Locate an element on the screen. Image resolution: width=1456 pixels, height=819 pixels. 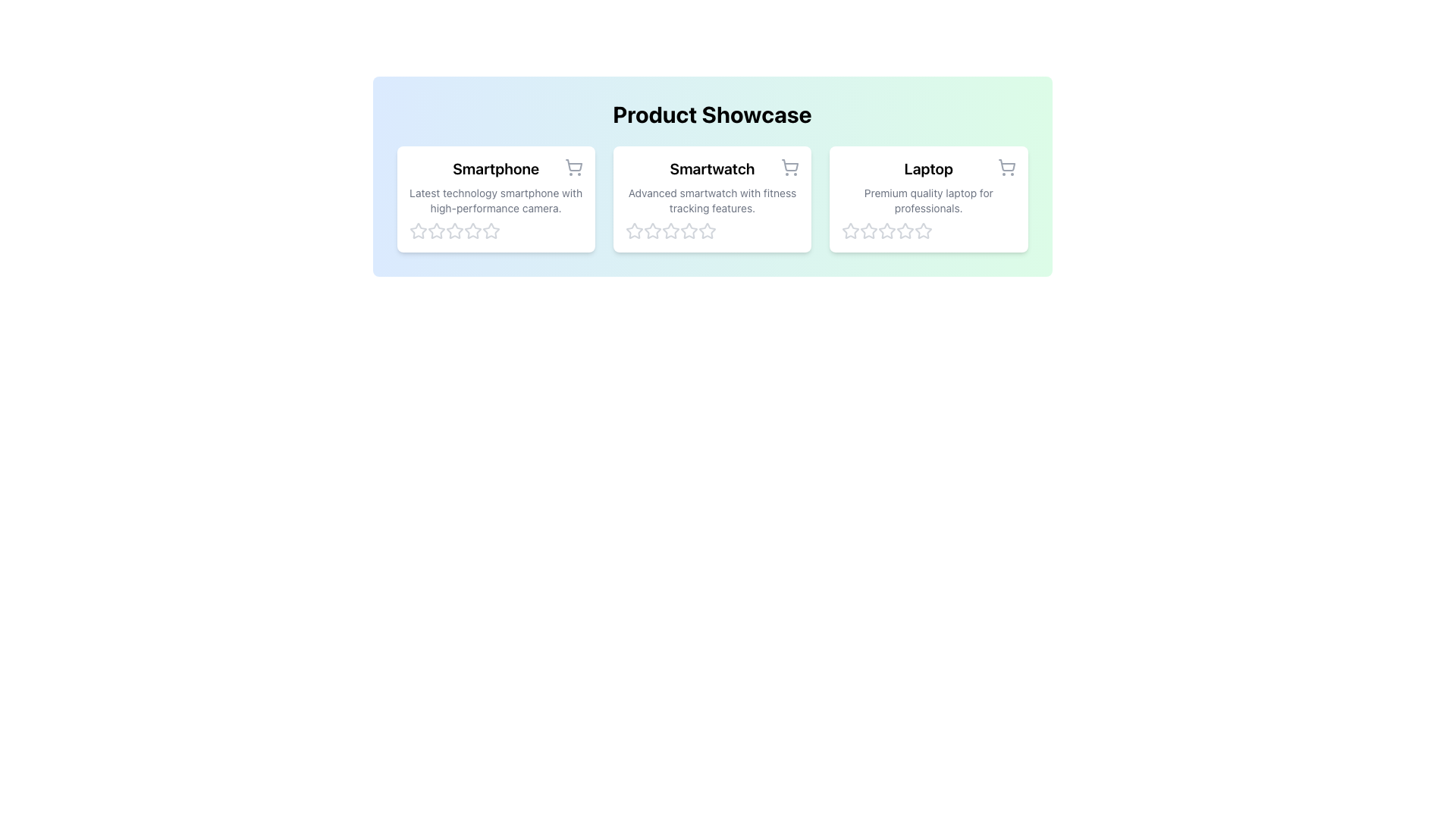
the fourth star in the series of five rating stars on the 'Smartwatch' product card is located at coordinates (688, 231).